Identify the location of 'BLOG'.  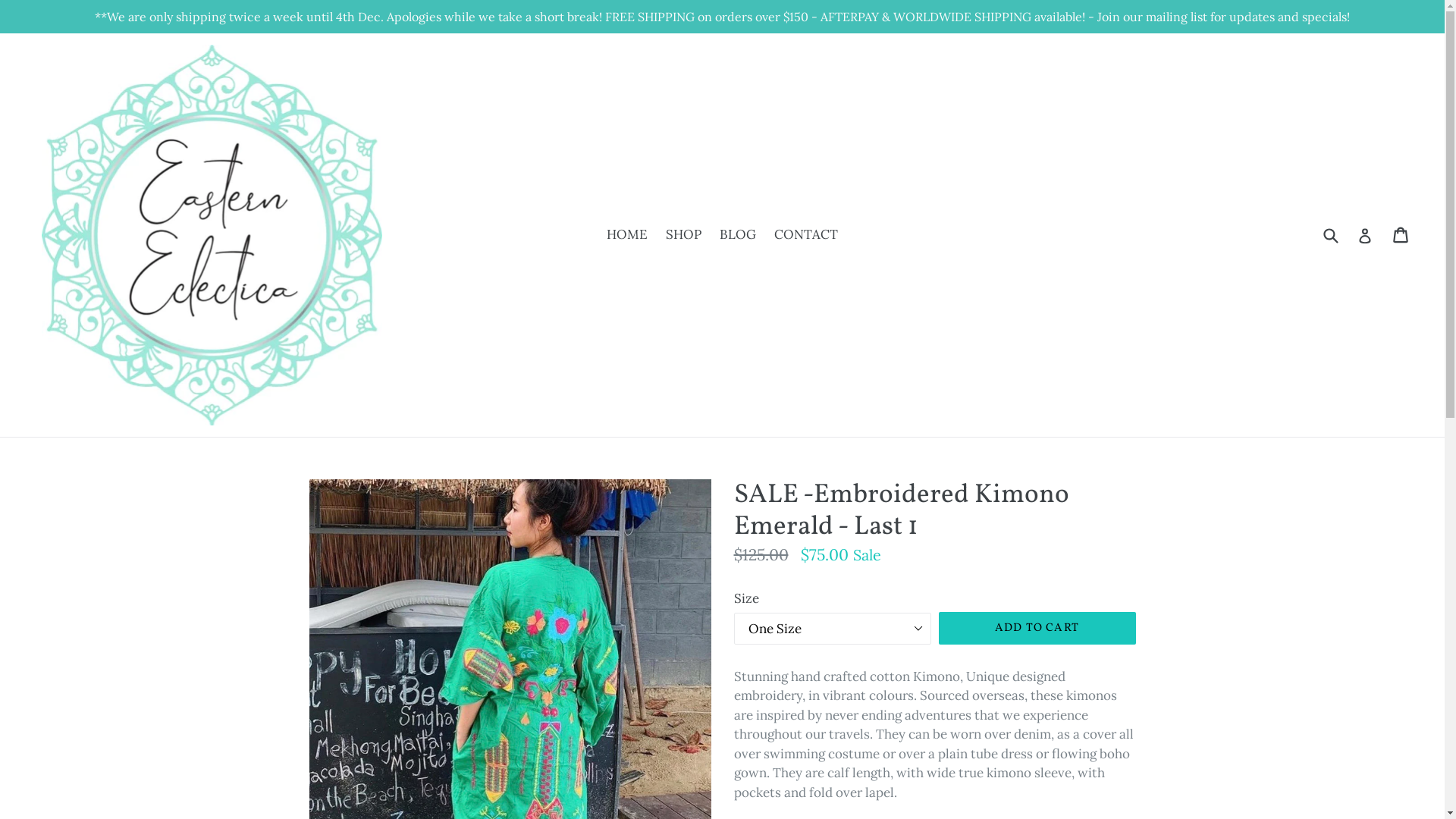
(711, 234).